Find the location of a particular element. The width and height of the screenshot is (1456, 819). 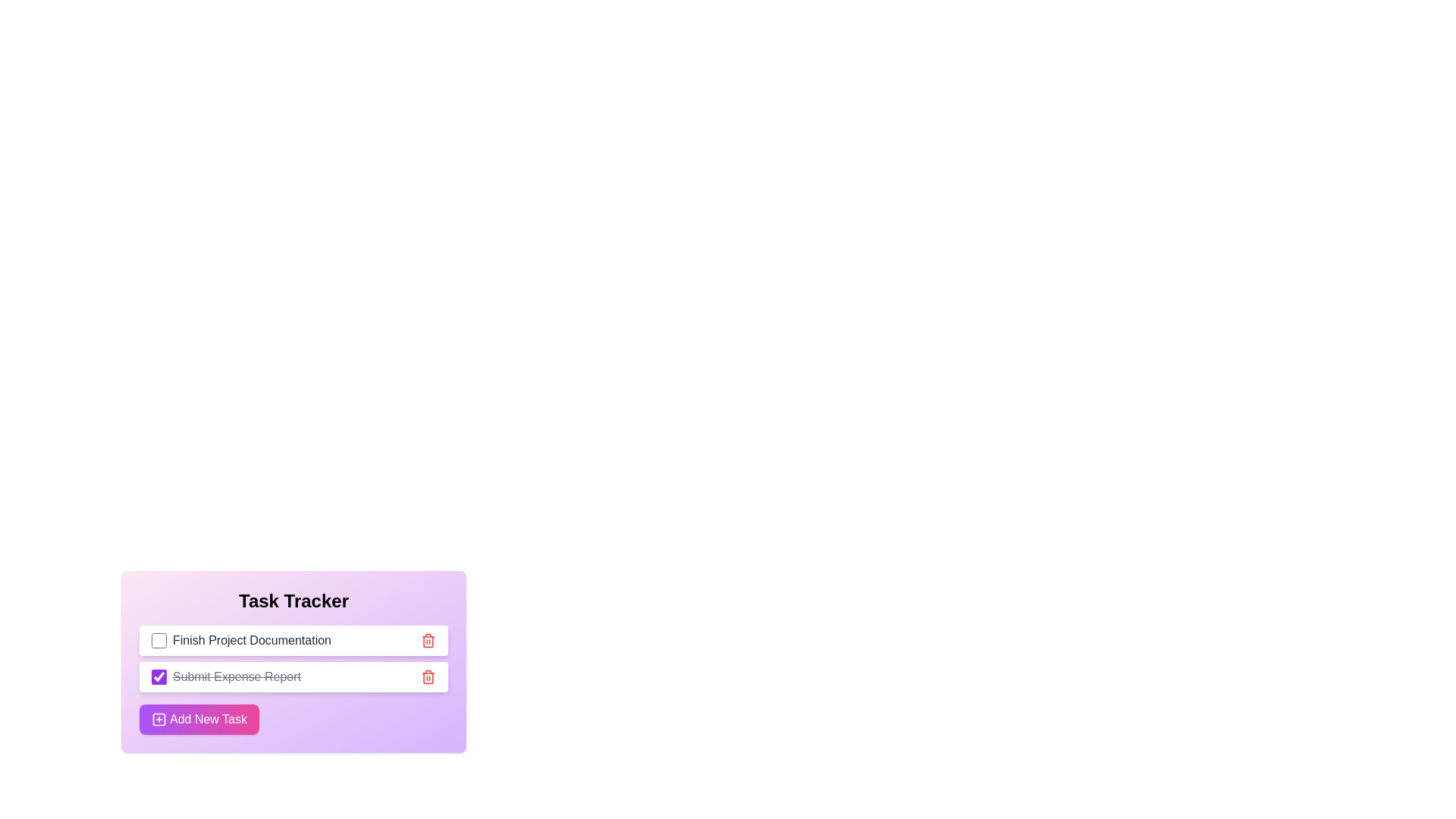

the purple checkbox on the 'Submit Expense Report' task entry is located at coordinates (293, 676).